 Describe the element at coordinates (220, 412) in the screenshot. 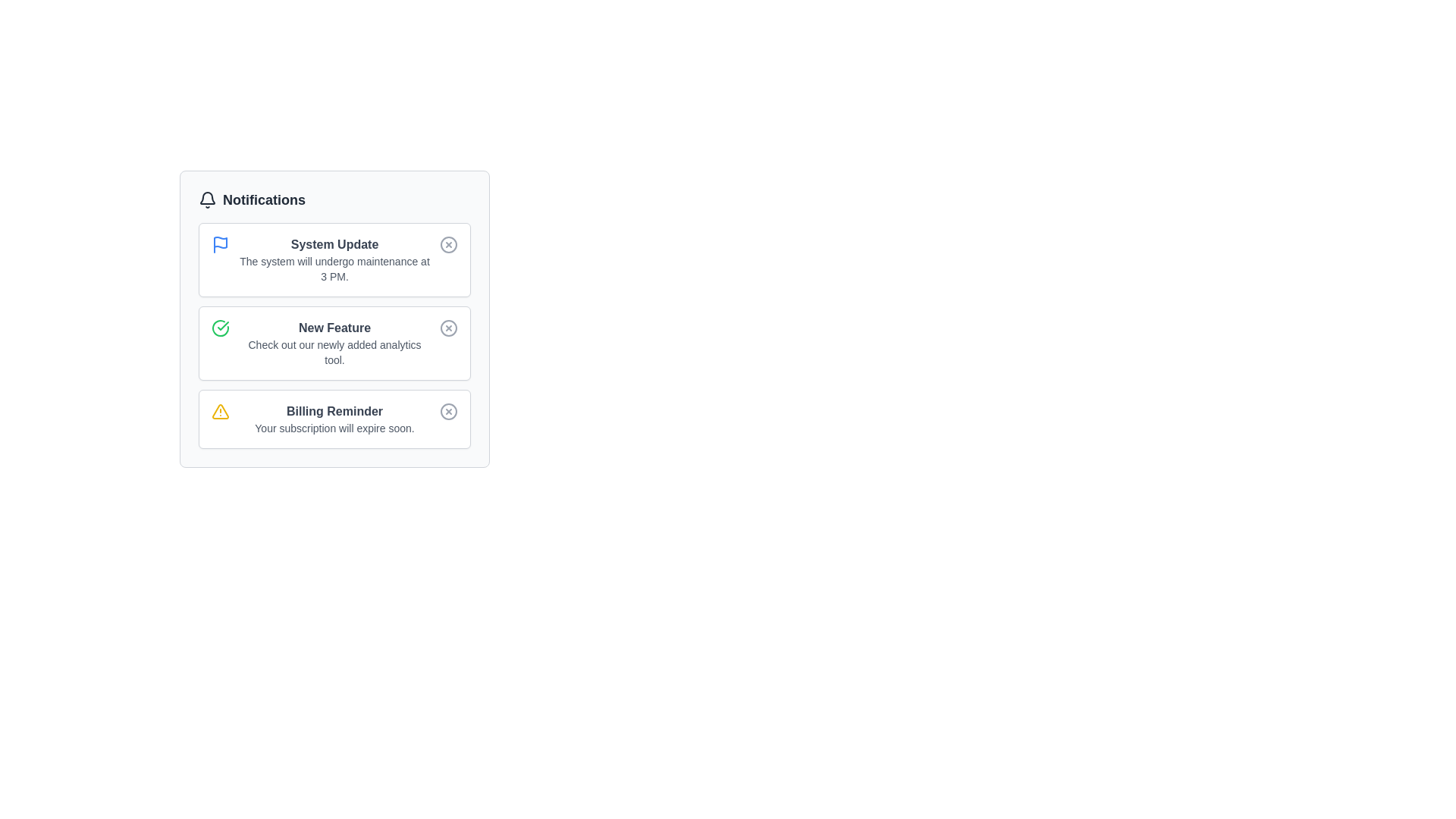

I see `the triangular yellow warning icon with an exclamation mark, which is located to the far left of the 'Billing Reminder' notification box` at that location.